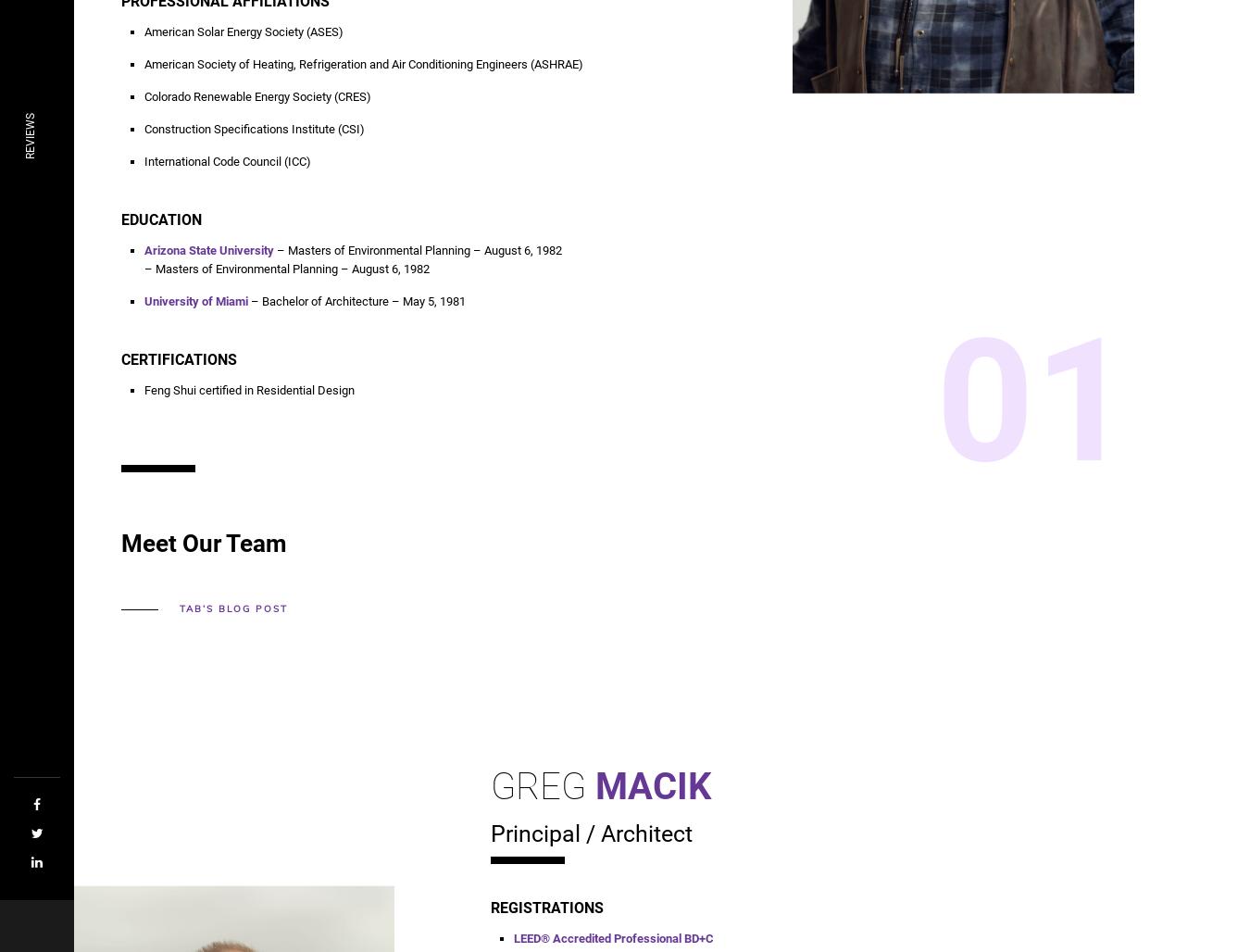  I want to click on 'Tab’s Blog Post', so click(231, 608).